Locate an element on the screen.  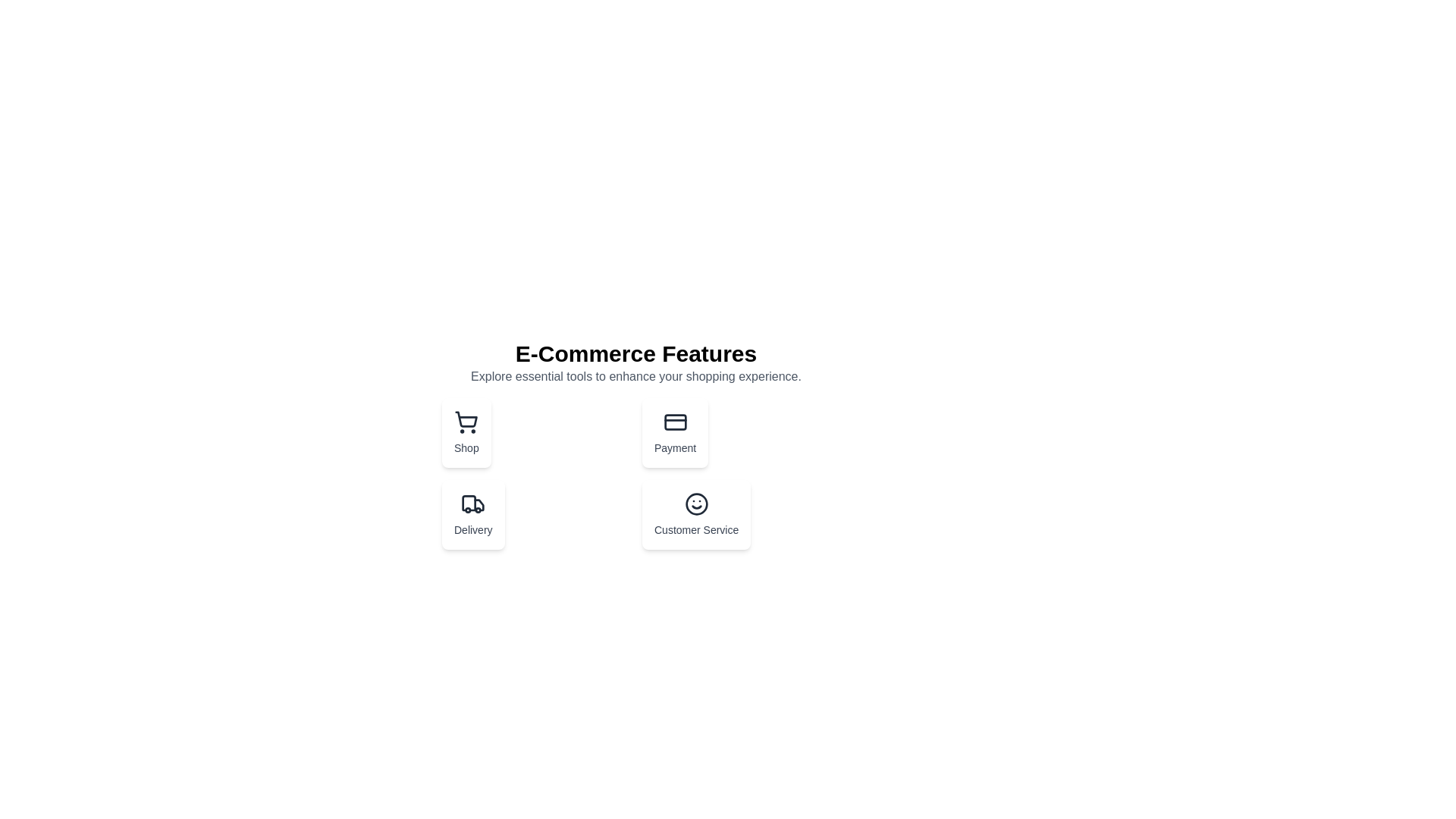
the navigation button for delivery-related functionalities located below the 'E-Commerce Features' heading is located at coordinates (472, 513).